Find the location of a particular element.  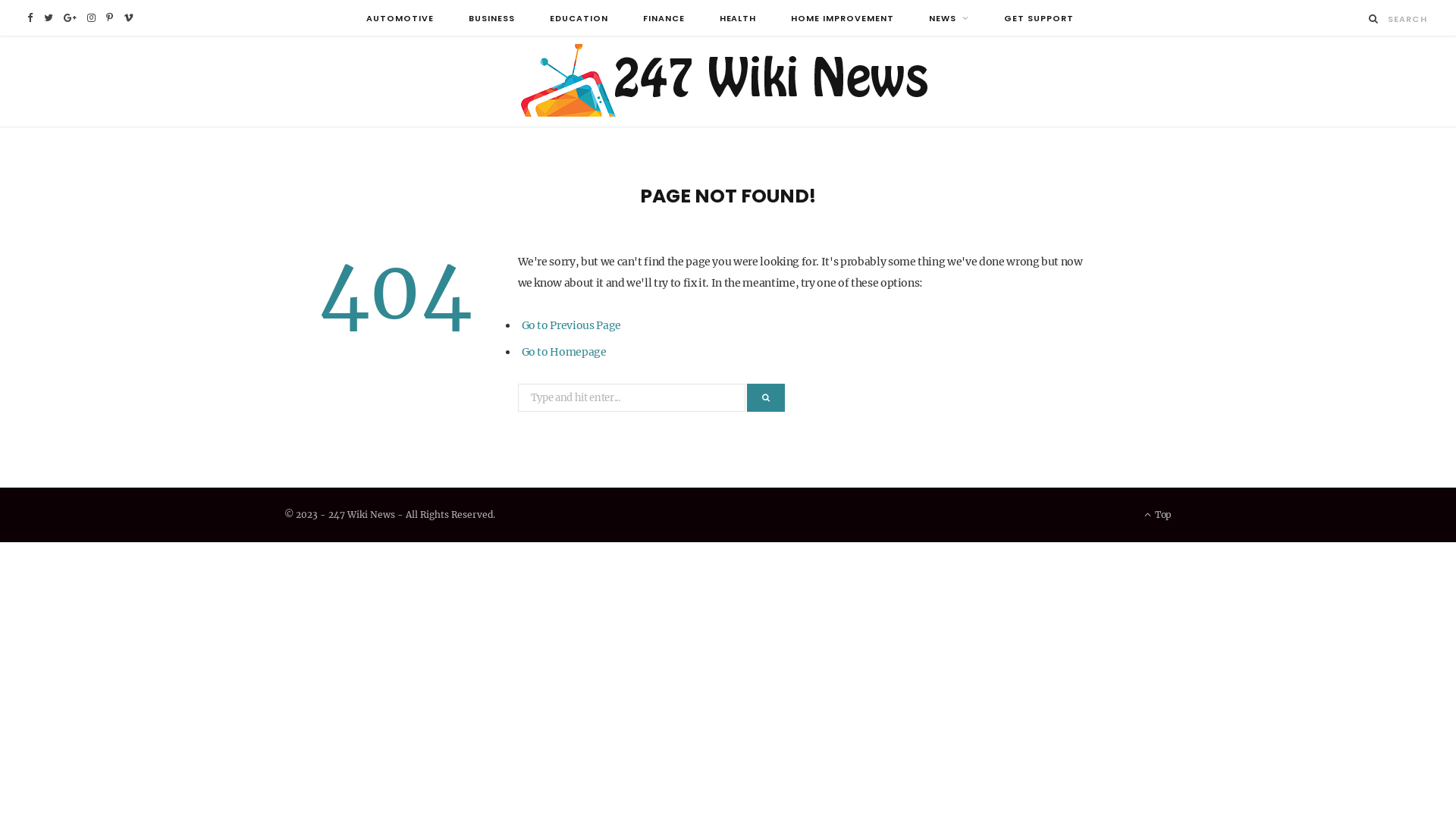

'Vimeo' is located at coordinates (118, 17).